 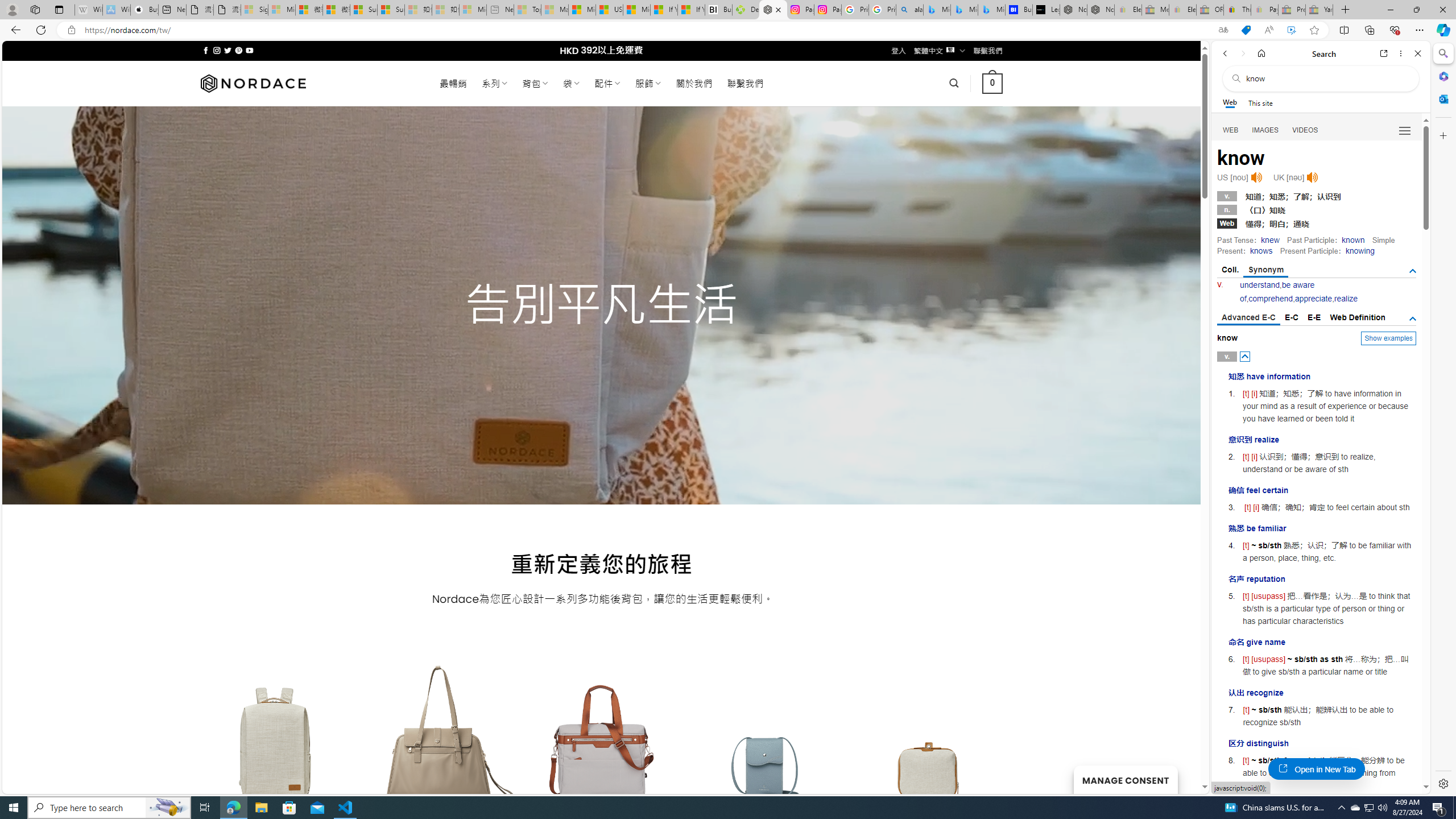 What do you see at coordinates (1265, 270) in the screenshot?
I see `'Synonym'` at bounding box center [1265, 270].